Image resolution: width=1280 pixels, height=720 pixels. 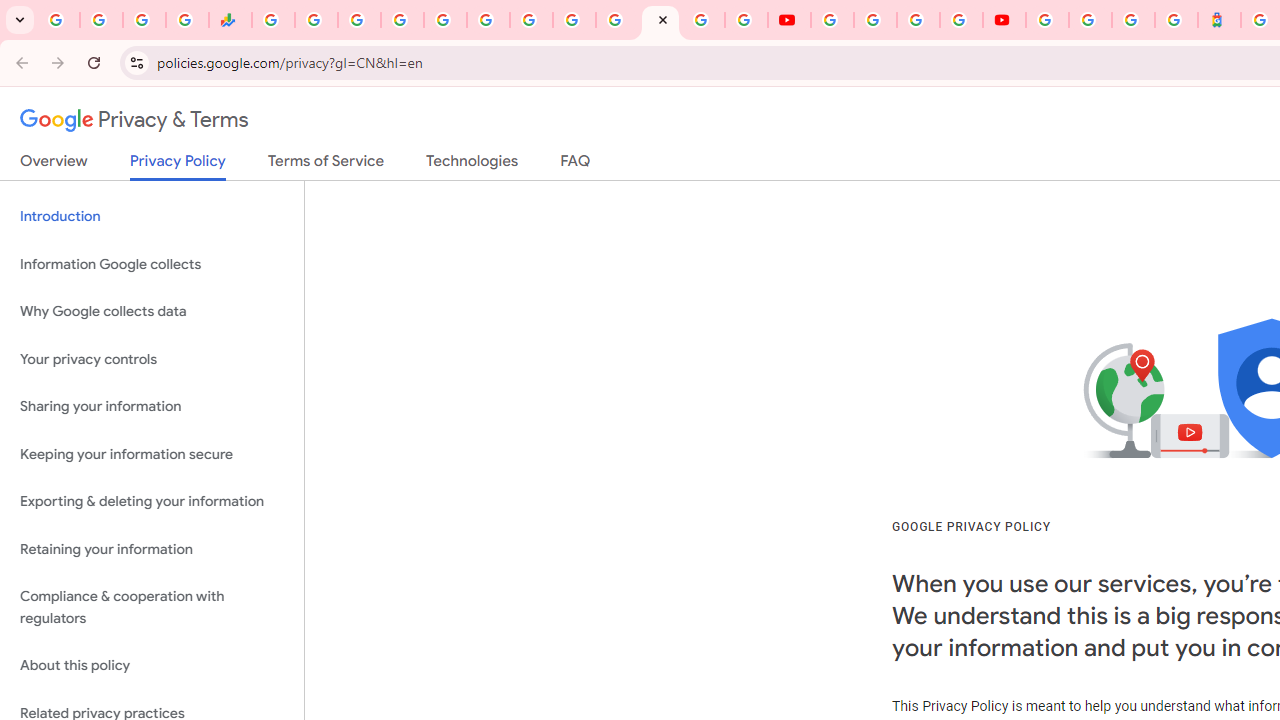 What do you see at coordinates (1046, 20) in the screenshot?
I see `'Sign in - Google Accounts'` at bounding box center [1046, 20].